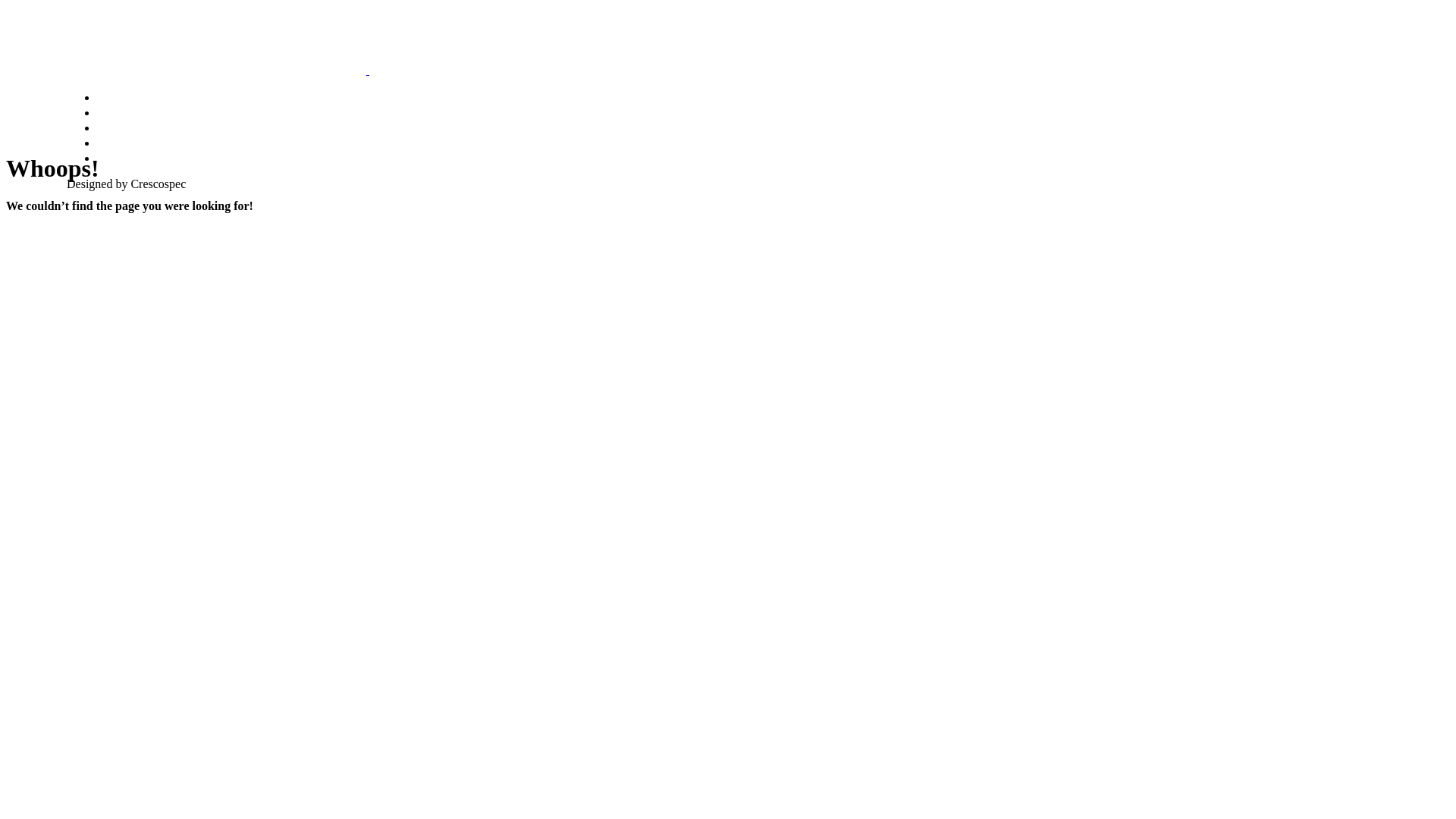 The width and height of the screenshot is (1456, 819). Describe the element at coordinates (126, 158) in the screenshot. I see `'CONTACT'` at that location.